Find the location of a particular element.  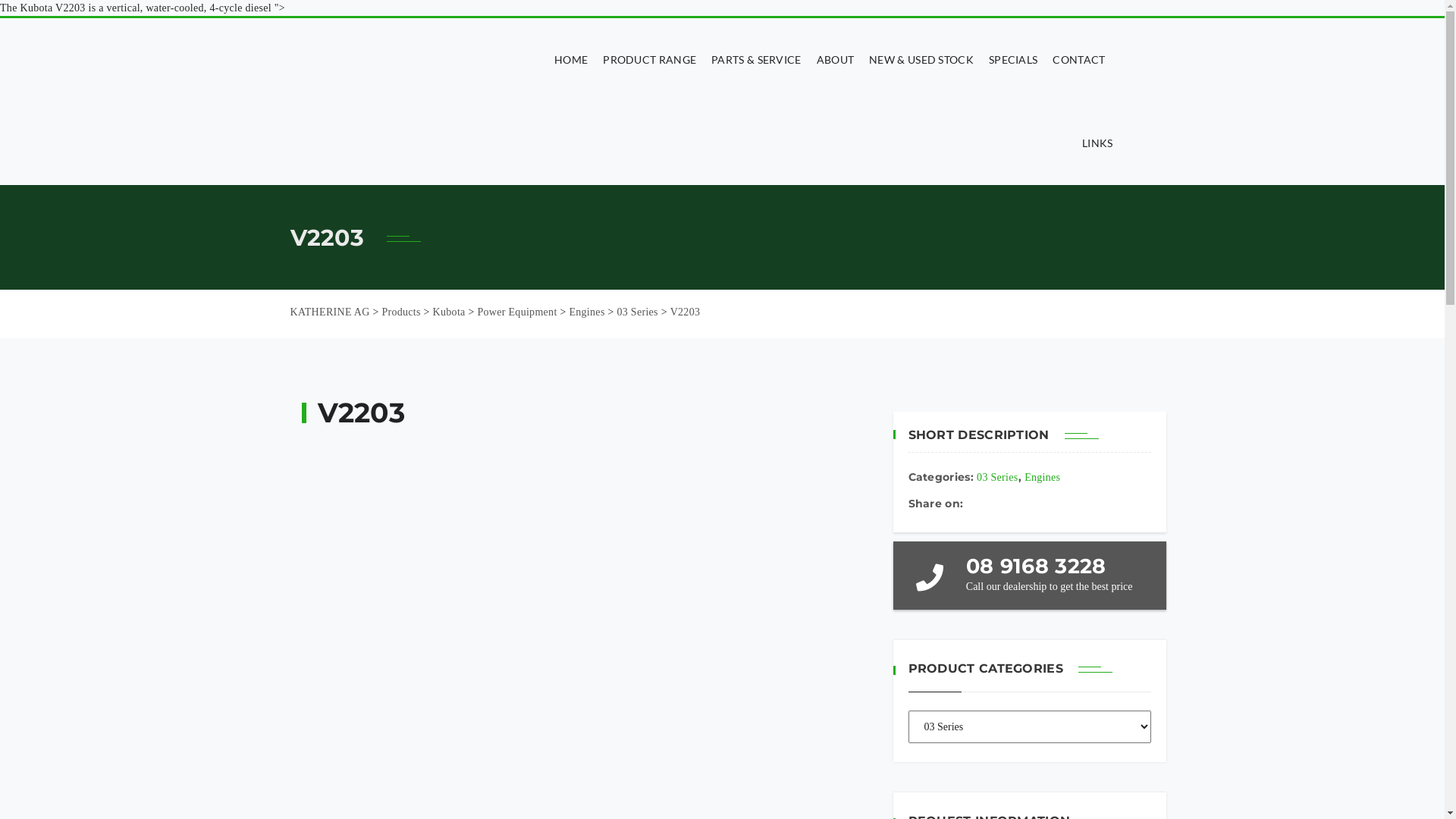

'CONTACT' is located at coordinates (1078, 58).